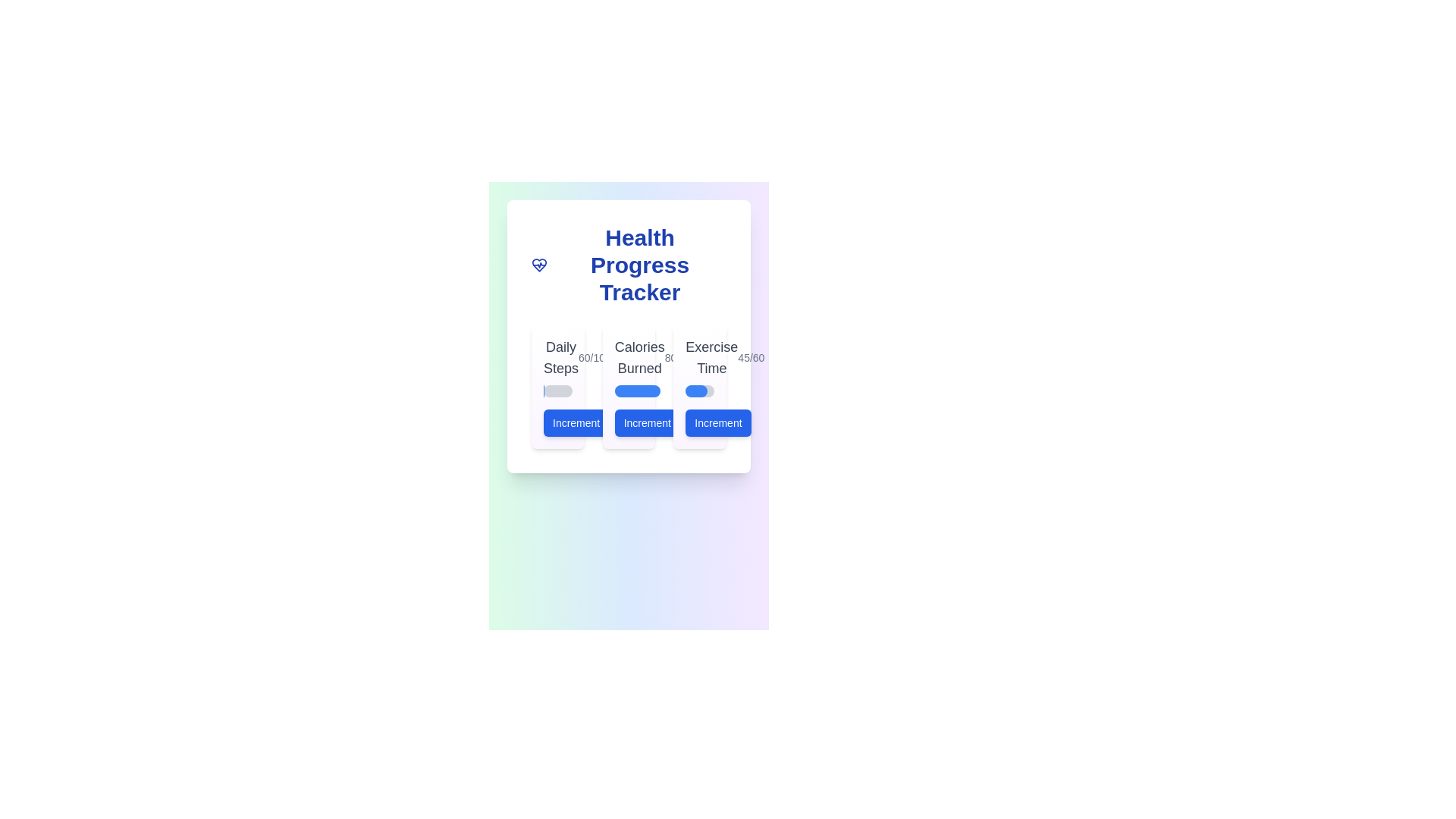 The width and height of the screenshot is (1456, 819). What do you see at coordinates (629, 357) in the screenshot?
I see `the Text Label that displays information about the calories burned in a day relative to a target, located in the upper section of the middle card among three cards` at bounding box center [629, 357].